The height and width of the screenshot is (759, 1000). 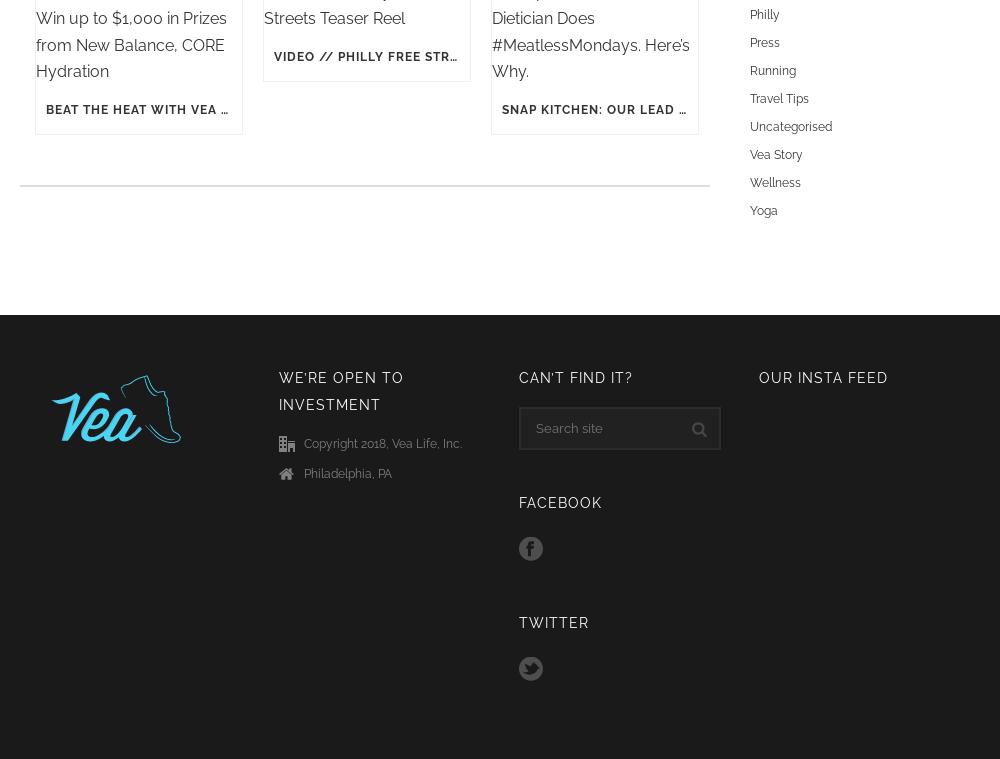 What do you see at coordinates (791, 125) in the screenshot?
I see `'Uncategorised'` at bounding box center [791, 125].